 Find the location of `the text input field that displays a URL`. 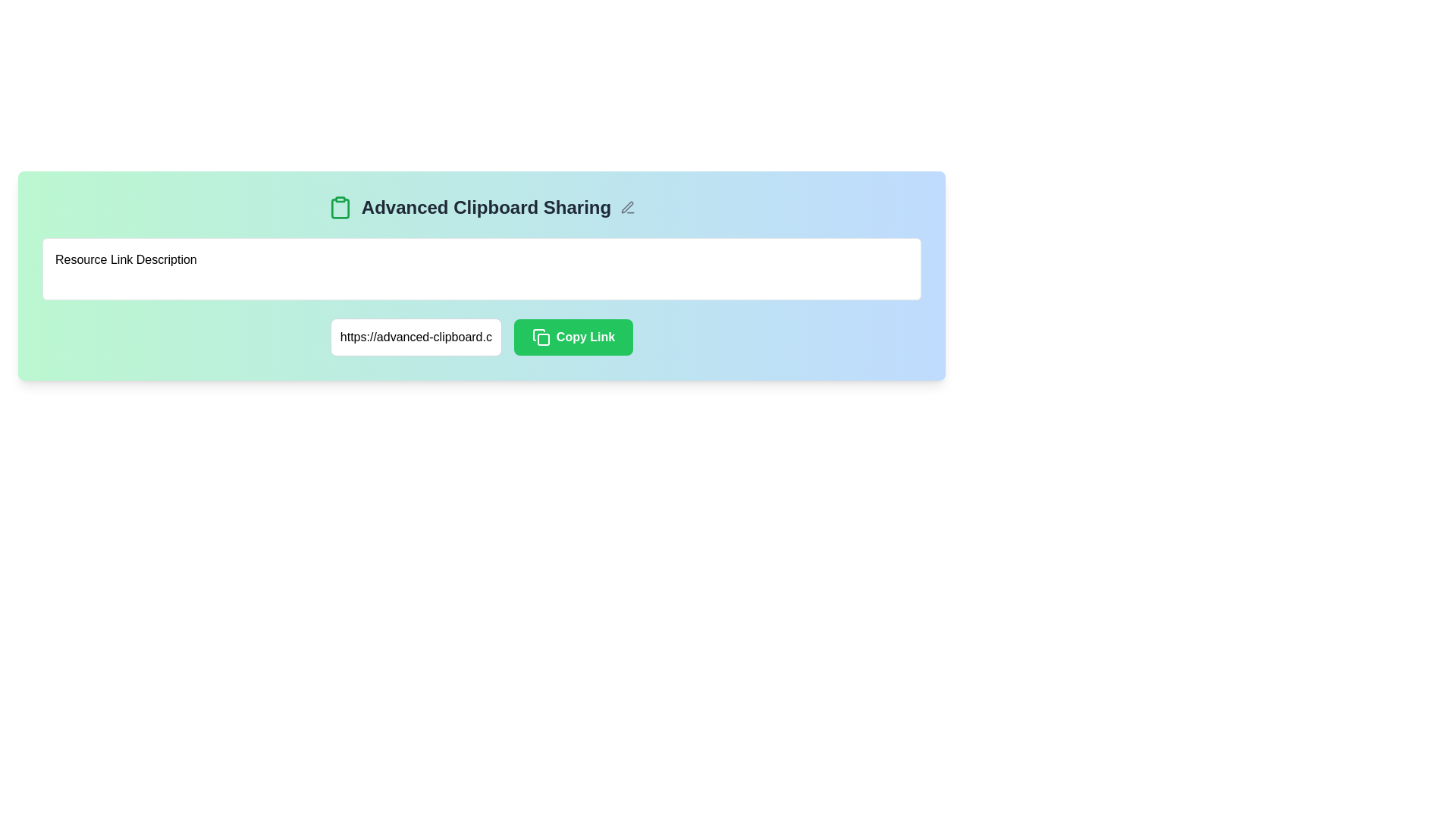

the text input field that displays a URL is located at coordinates (416, 336).